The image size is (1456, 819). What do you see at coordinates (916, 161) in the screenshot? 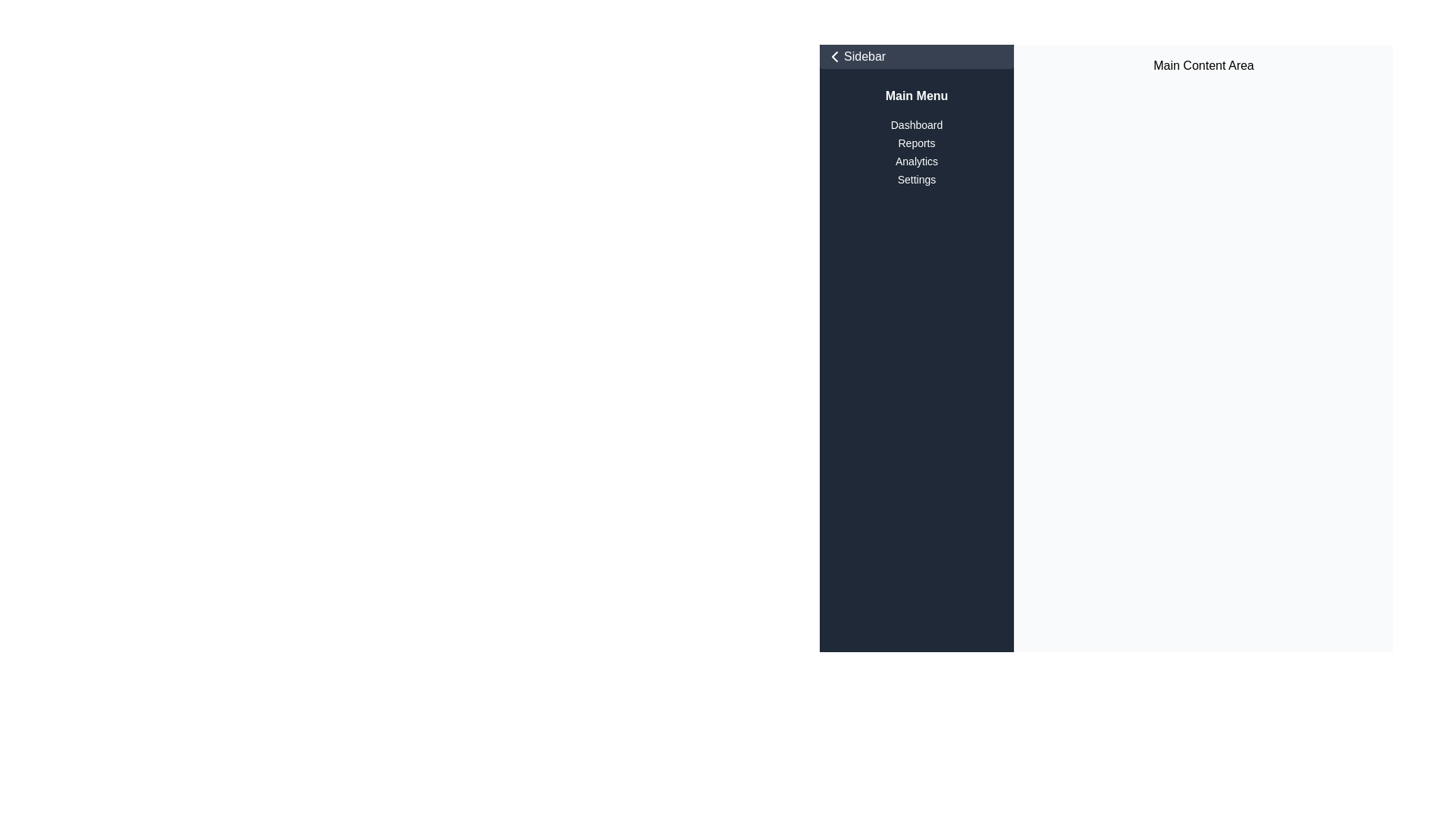
I see `the 'Analytics' text label in the sidebar menu` at bounding box center [916, 161].